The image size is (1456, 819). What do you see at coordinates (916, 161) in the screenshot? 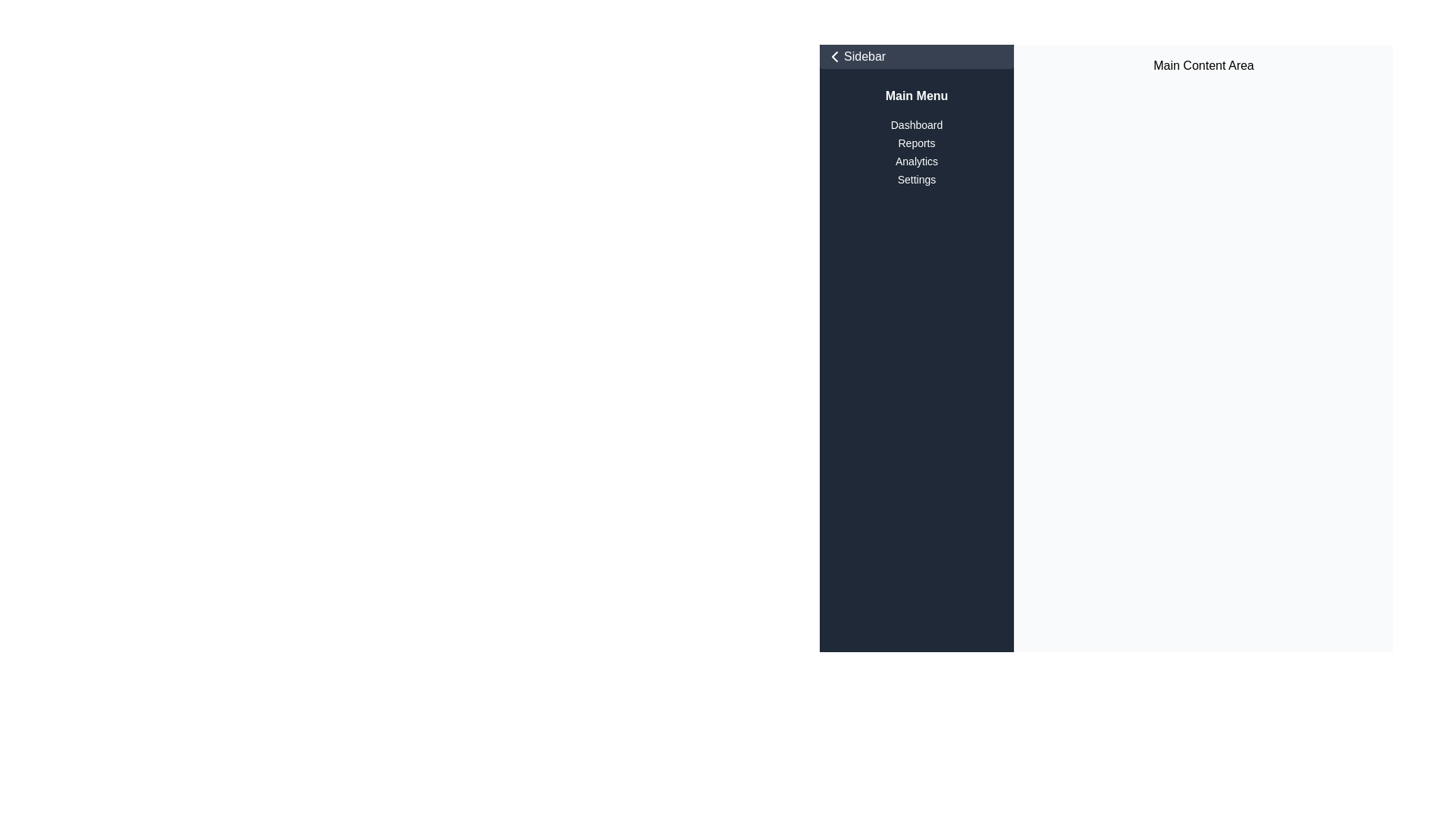
I see `the 'Analytics' text label in the sidebar menu` at bounding box center [916, 161].